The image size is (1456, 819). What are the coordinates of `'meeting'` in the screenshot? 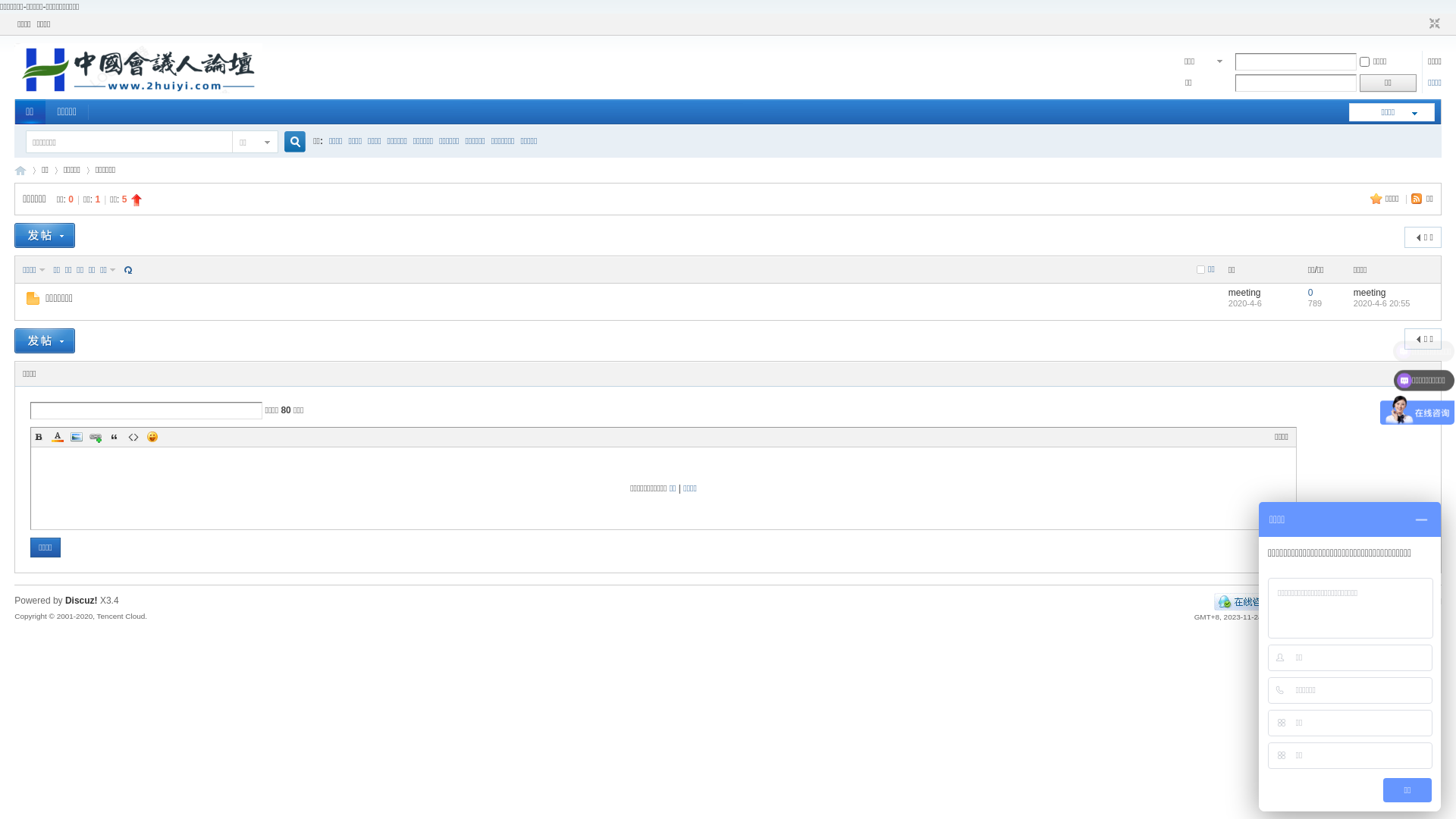 It's located at (1244, 292).